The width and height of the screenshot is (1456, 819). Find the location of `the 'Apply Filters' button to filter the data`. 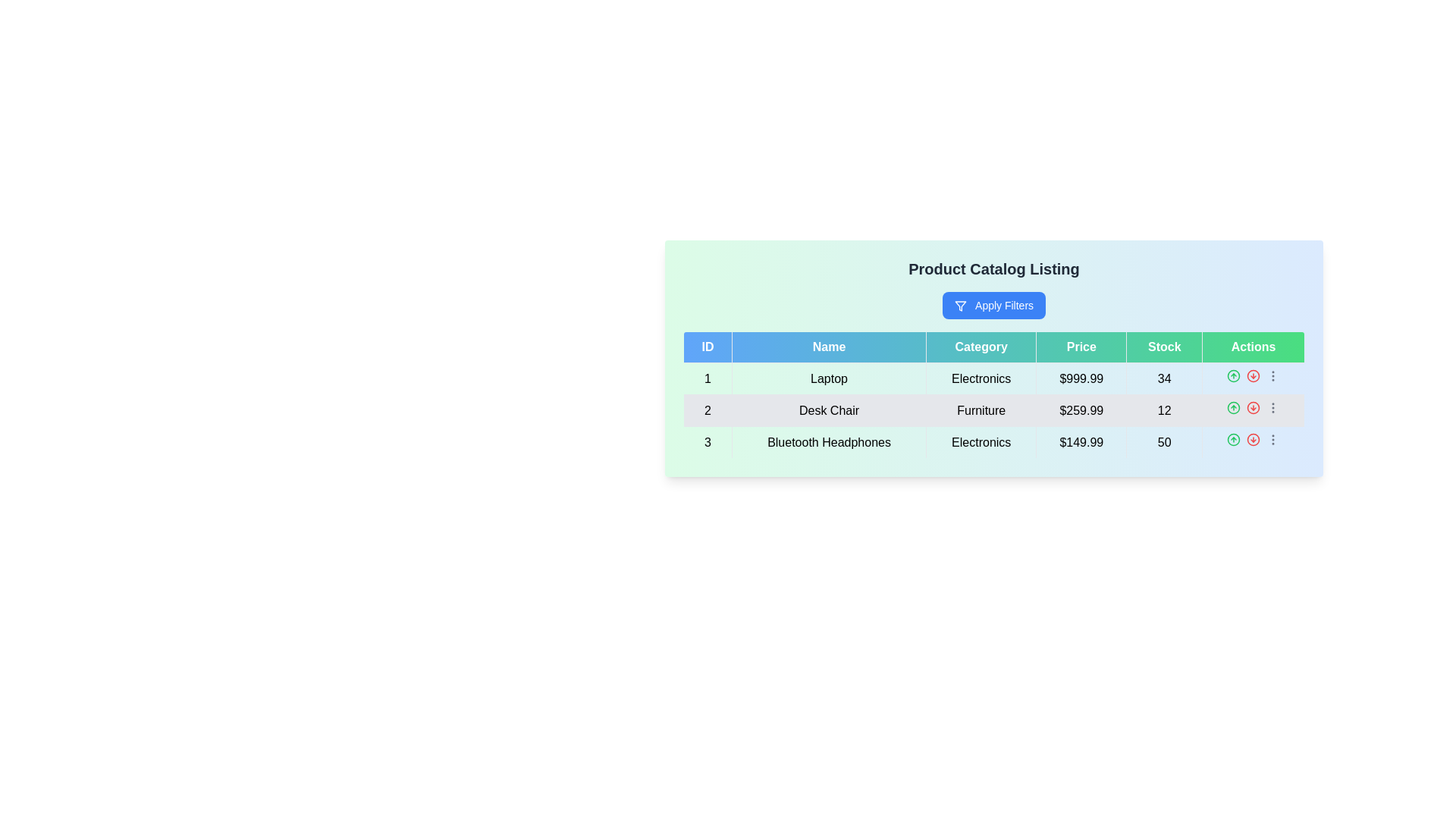

the 'Apply Filters' button to filter the data is located at coordinates (993, 305).